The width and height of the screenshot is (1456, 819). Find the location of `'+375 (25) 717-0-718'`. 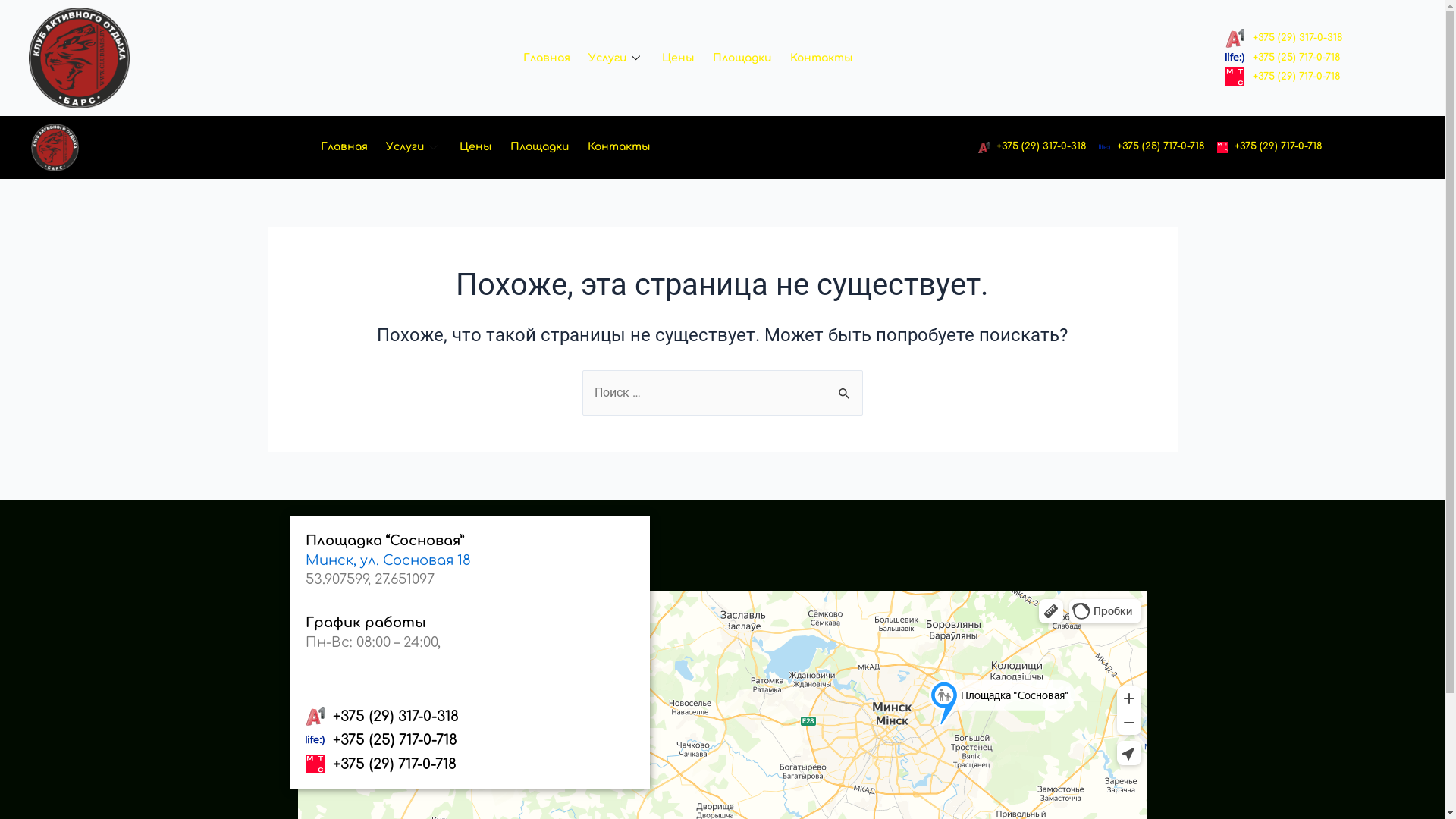

'+375 (25) 717-0-718' is located at coordinates (469, 739).